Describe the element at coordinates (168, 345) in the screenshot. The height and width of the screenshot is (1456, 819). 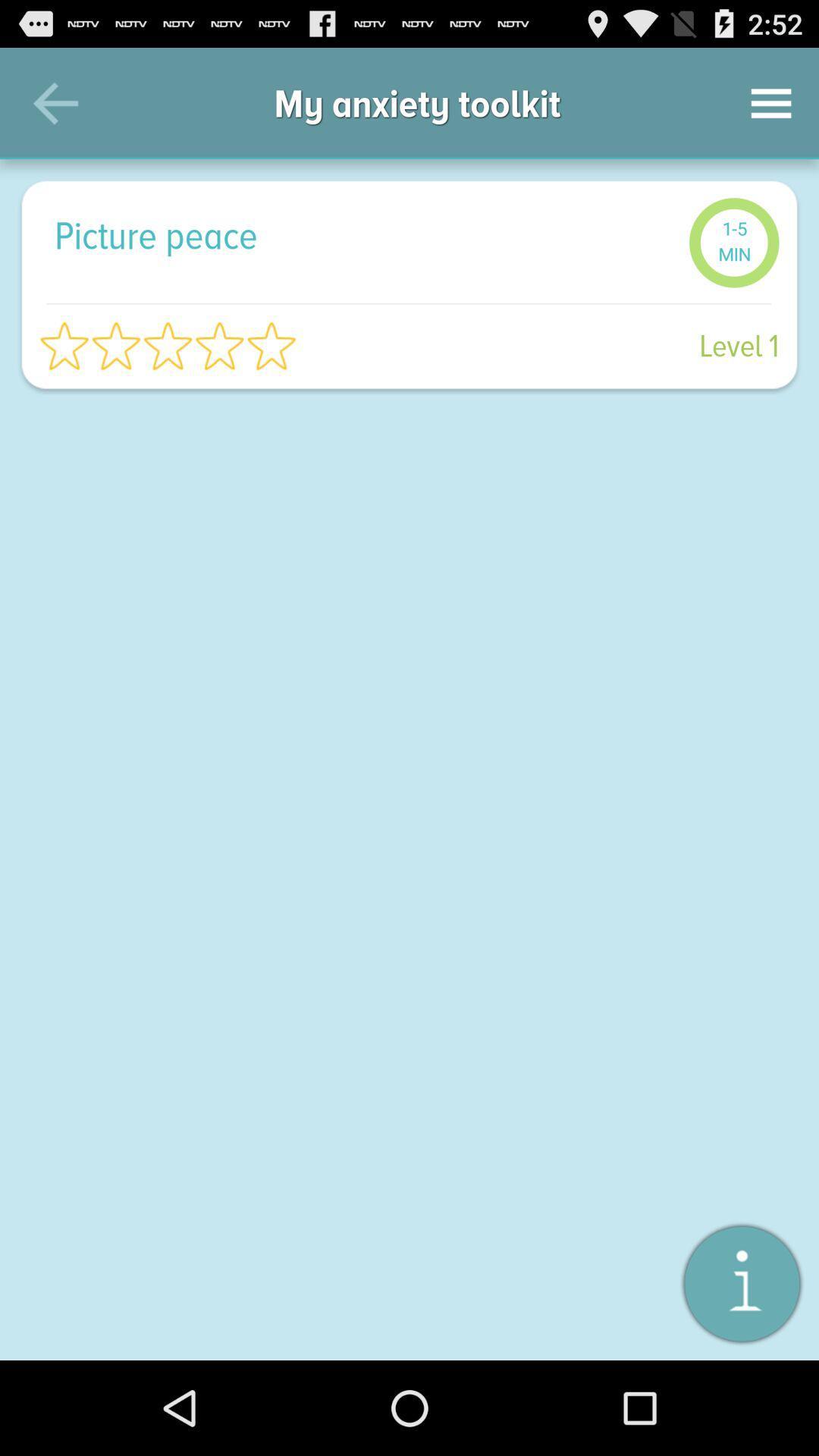
I see `item next to level 1 icon` at that location.